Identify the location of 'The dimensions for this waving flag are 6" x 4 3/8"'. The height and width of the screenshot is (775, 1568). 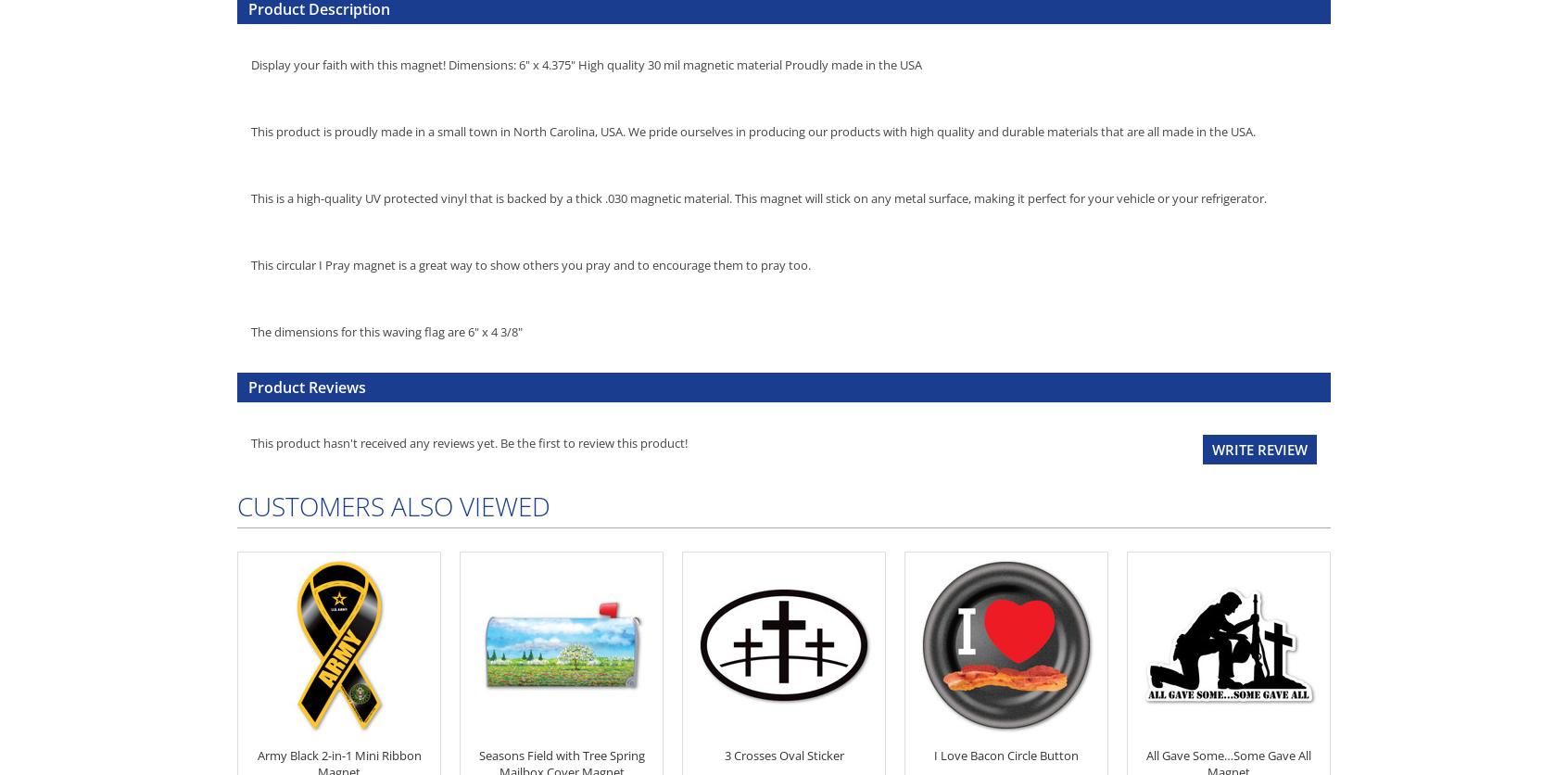
(386, 329).